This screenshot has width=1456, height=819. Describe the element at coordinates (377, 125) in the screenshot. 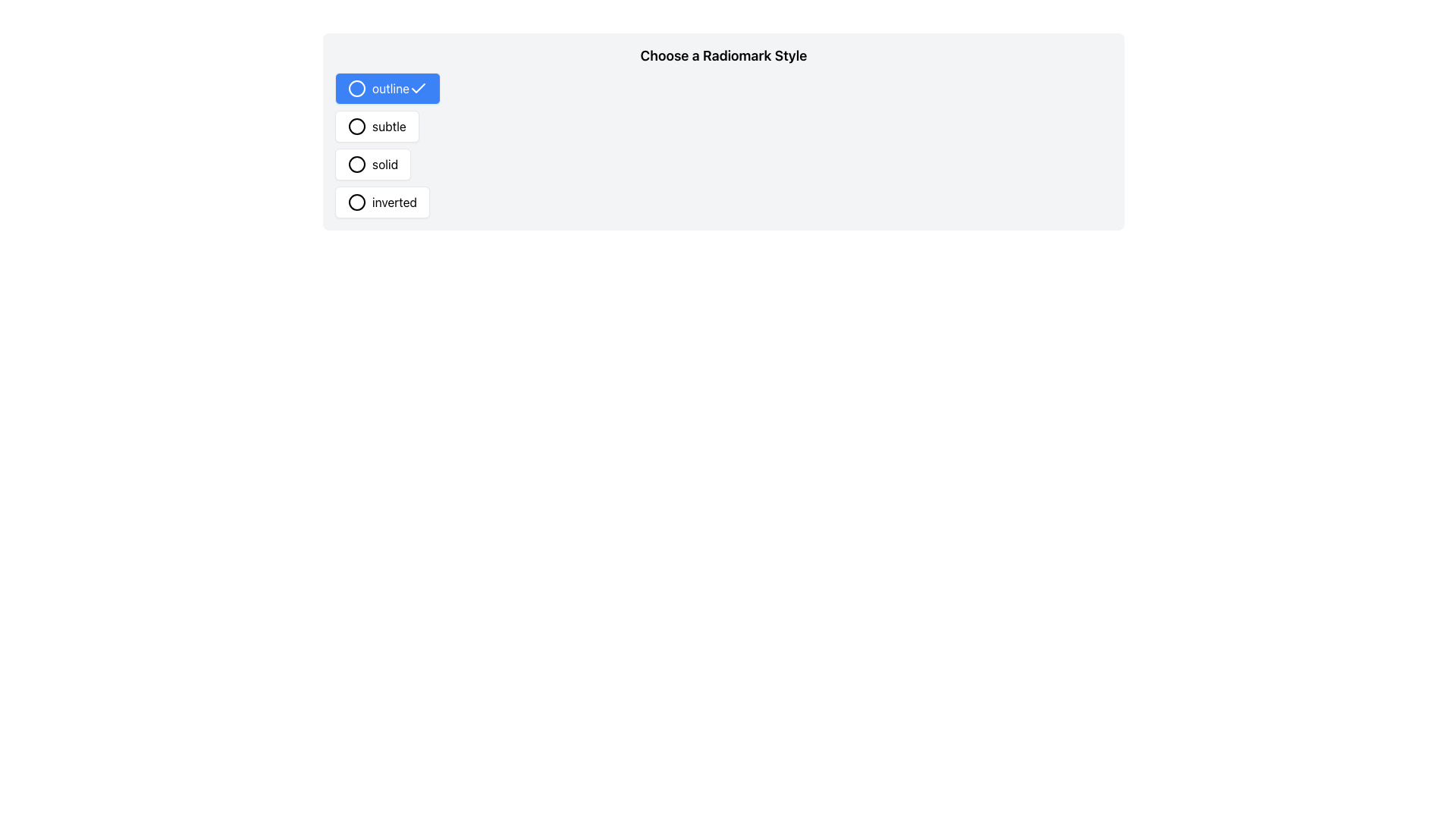

I see `the second selectable button labeled 'subtle'` at that location.